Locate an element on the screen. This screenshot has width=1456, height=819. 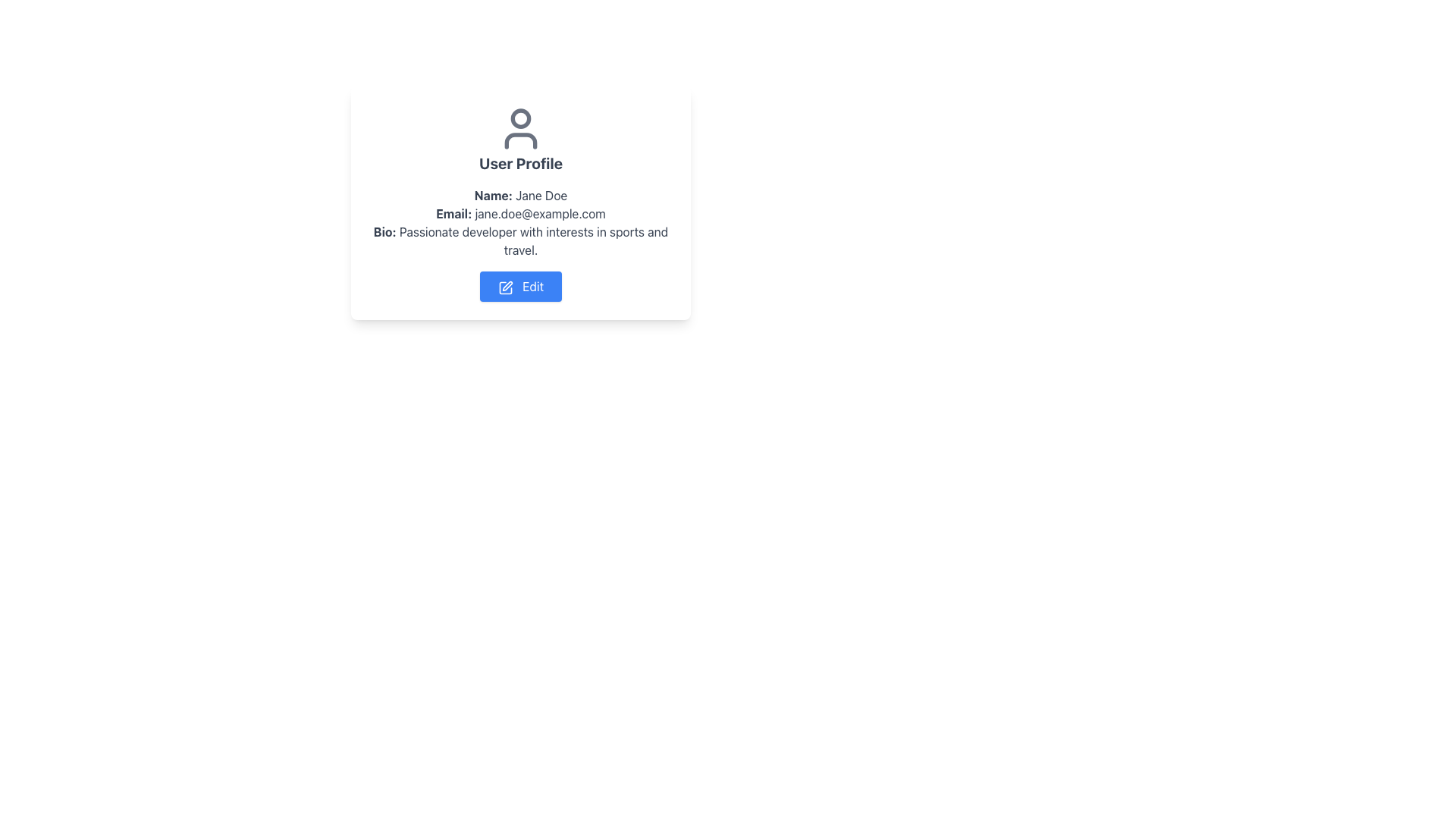
the 'Bio:' text label that introduces the biography section in the user profile information is located at coordinates (384, 231).